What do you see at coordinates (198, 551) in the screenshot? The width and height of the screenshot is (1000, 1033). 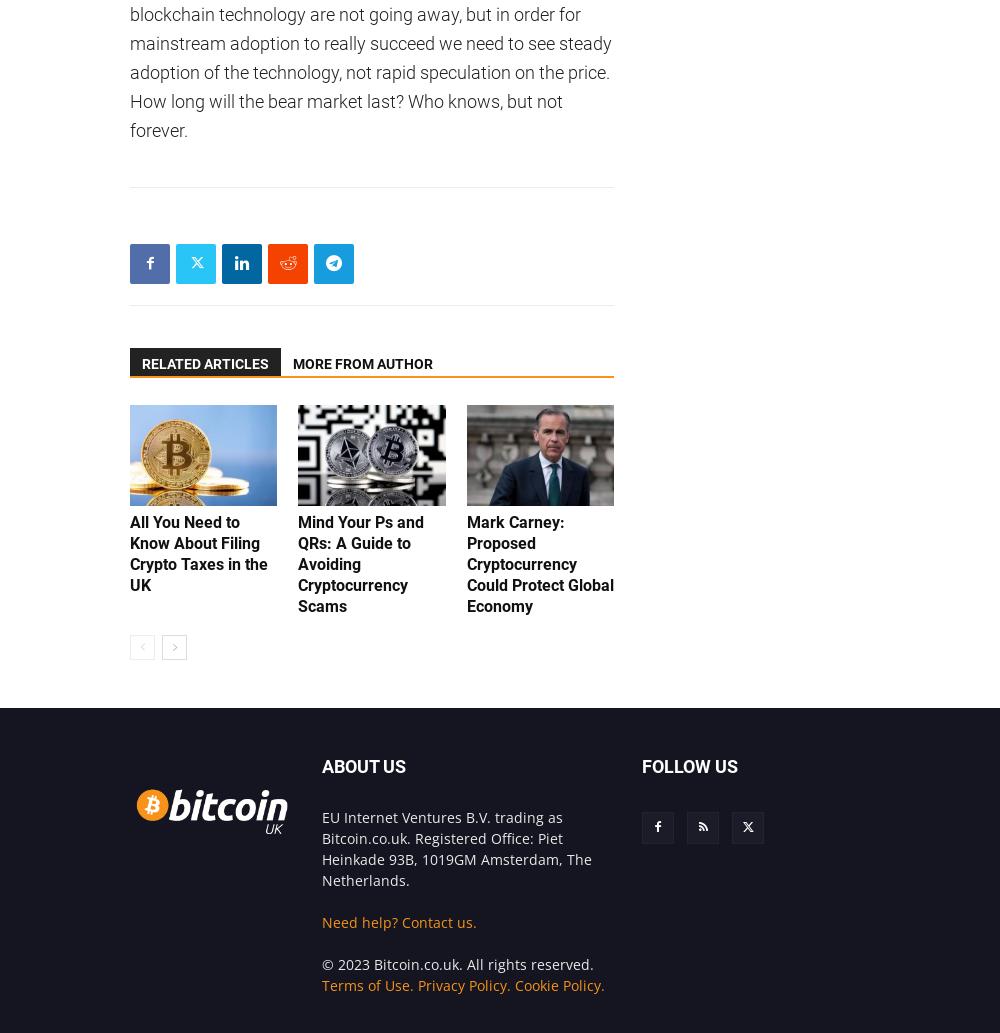 I see `'All You Need to Know About Filing Crypto Taxes in the UK'` at bounding box center [198, 551].